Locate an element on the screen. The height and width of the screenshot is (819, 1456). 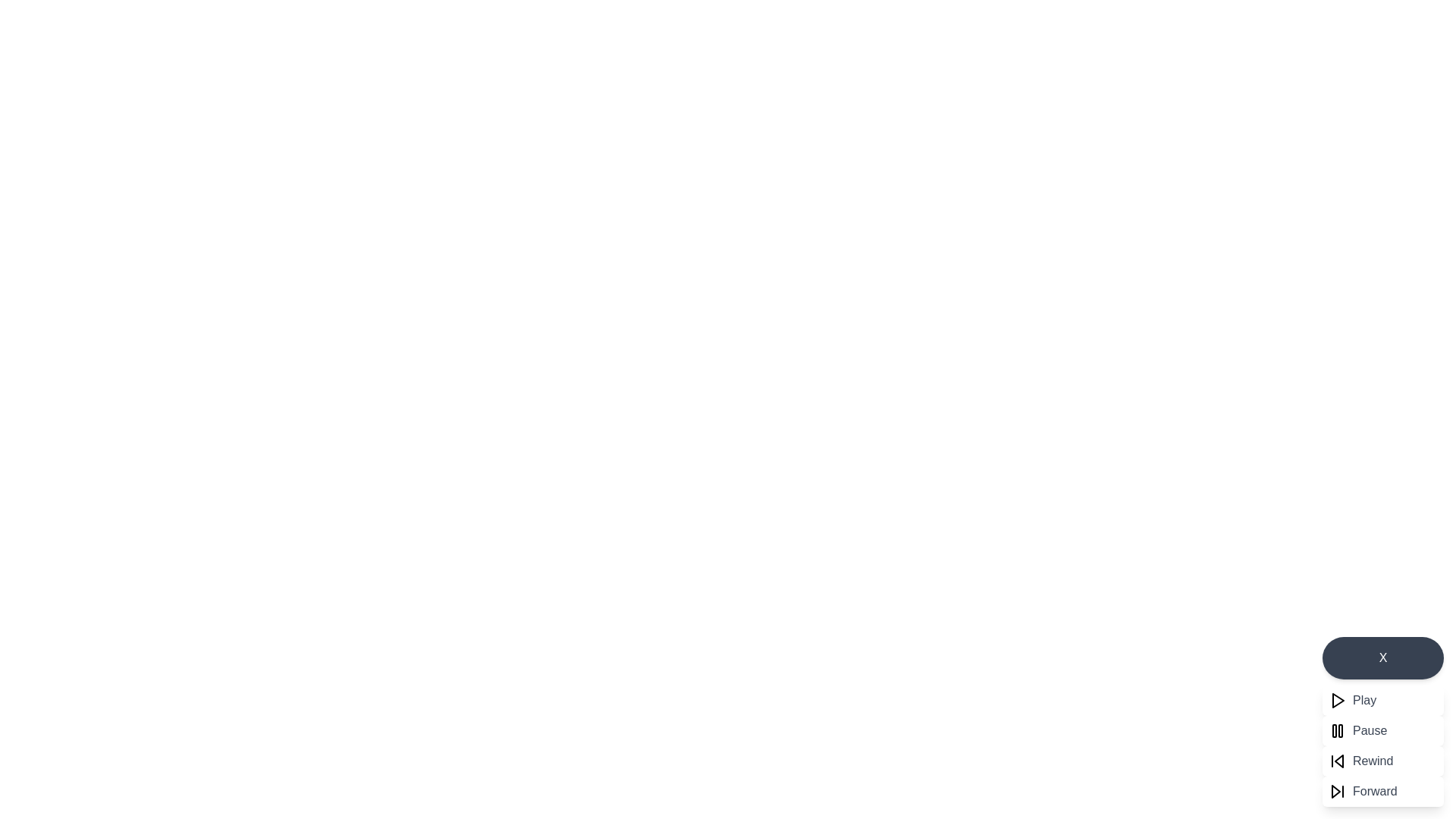
the circular button to toggle the menu state is located at coordinates (1383, 657).